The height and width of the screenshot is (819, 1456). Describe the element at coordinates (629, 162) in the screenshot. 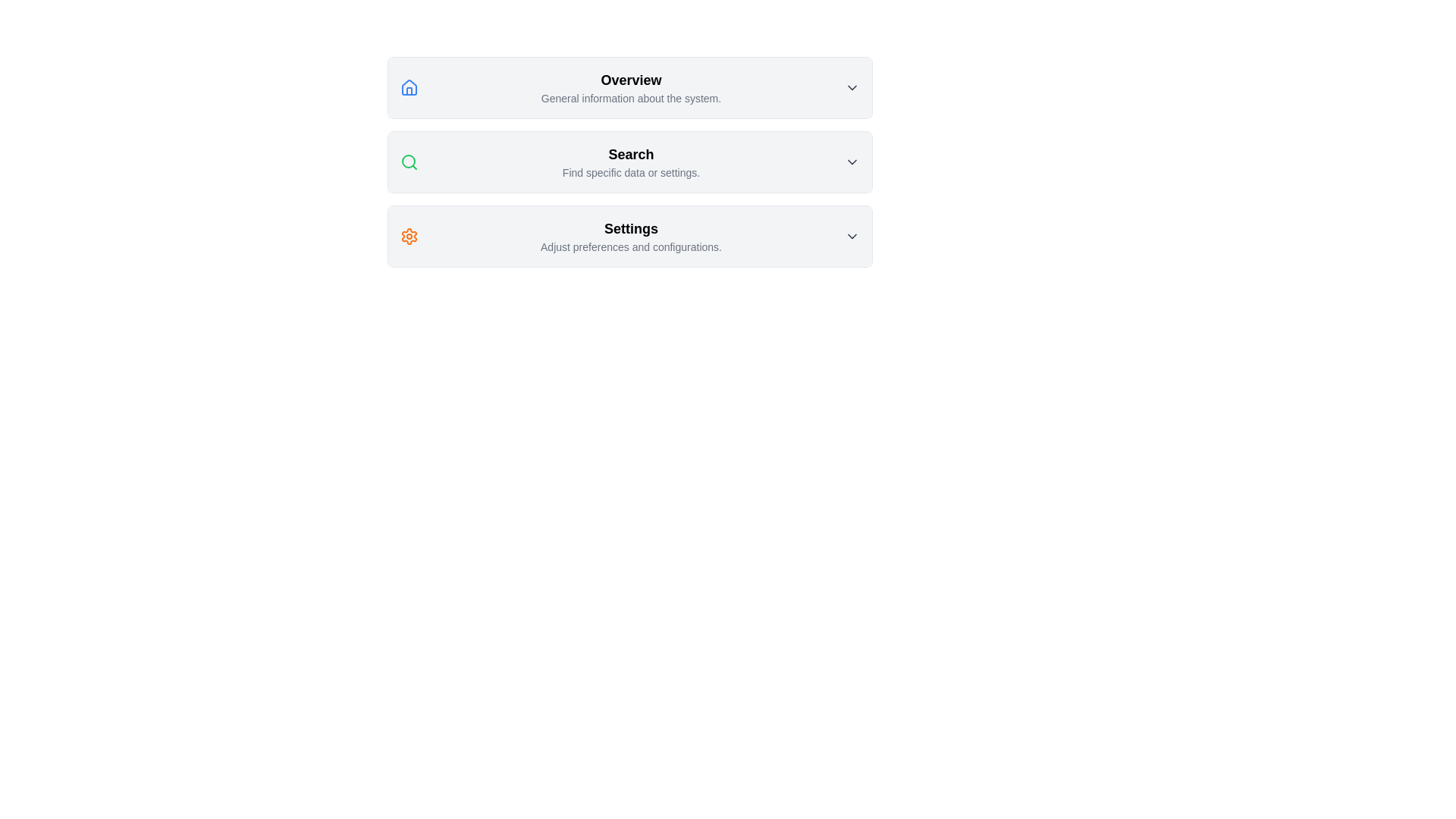

I see `the second entry in the vertically stacked list, located below the 'Overview' section` at that location.